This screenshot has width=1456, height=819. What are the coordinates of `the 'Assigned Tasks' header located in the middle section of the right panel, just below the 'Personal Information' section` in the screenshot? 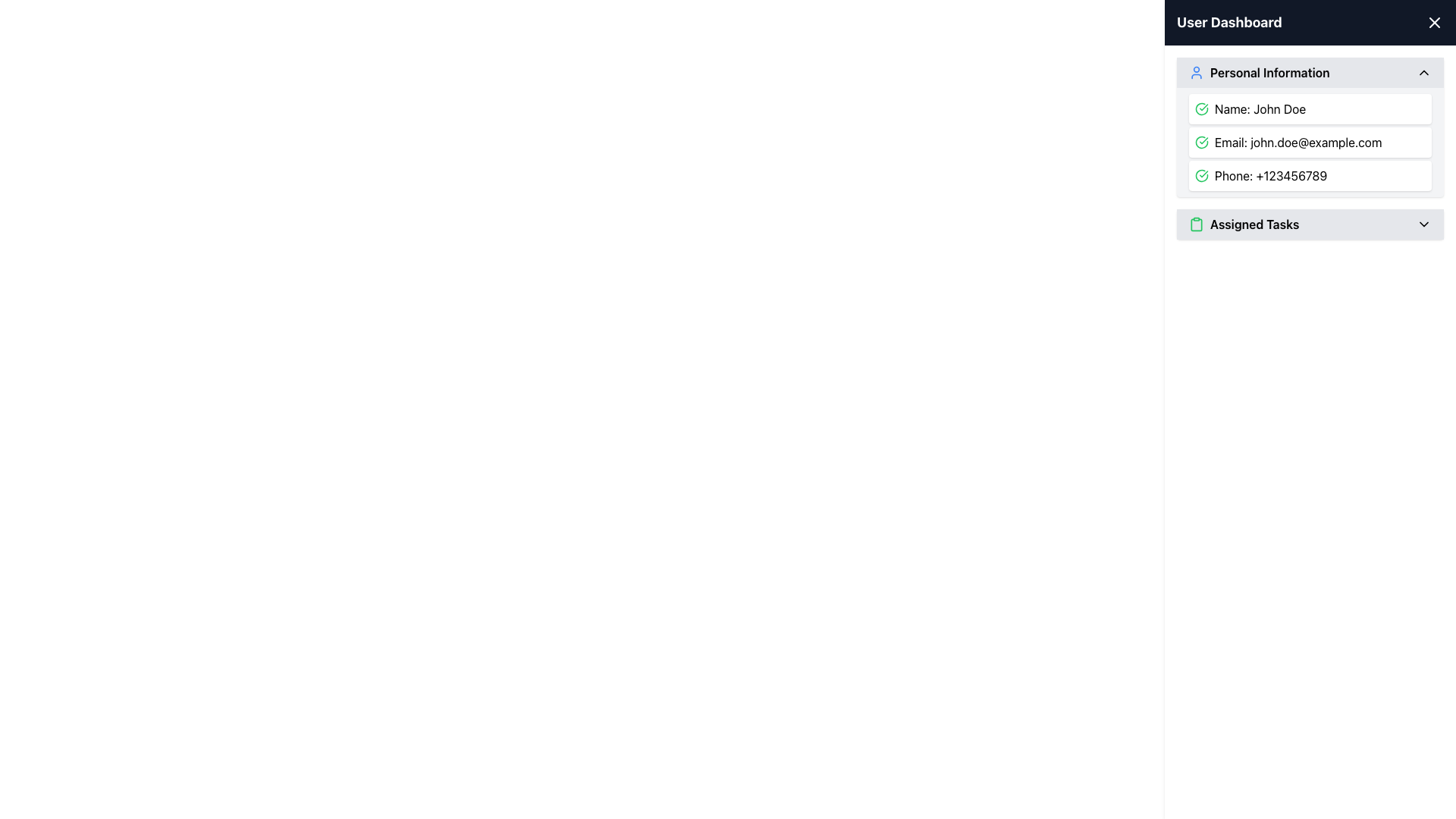 It's located at (1244, 224).